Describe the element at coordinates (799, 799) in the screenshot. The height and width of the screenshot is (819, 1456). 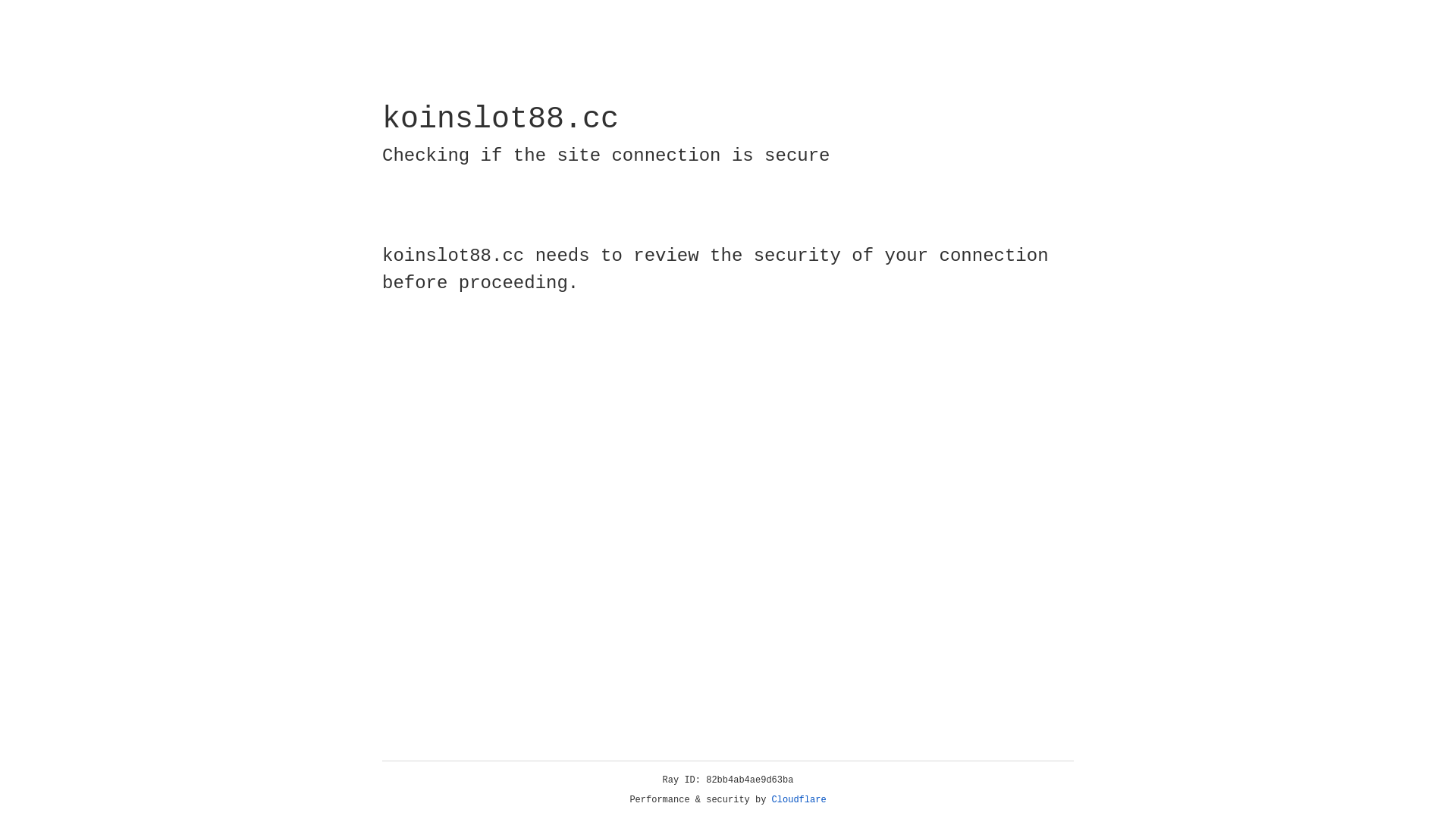
I see `'Cloudflare'` at that location.